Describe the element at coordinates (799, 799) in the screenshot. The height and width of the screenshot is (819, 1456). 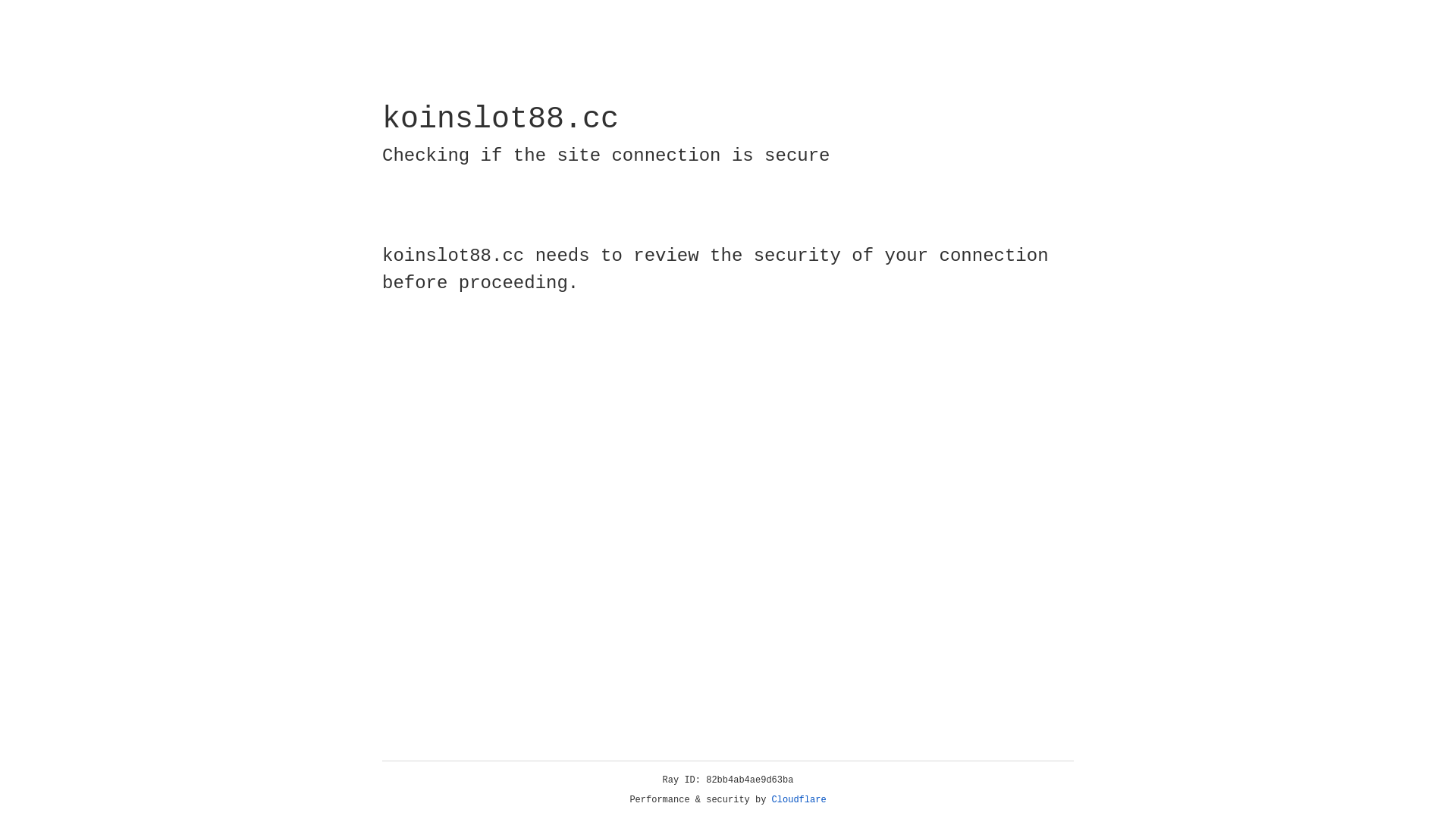
I see `'Cloudflare'` at that location.